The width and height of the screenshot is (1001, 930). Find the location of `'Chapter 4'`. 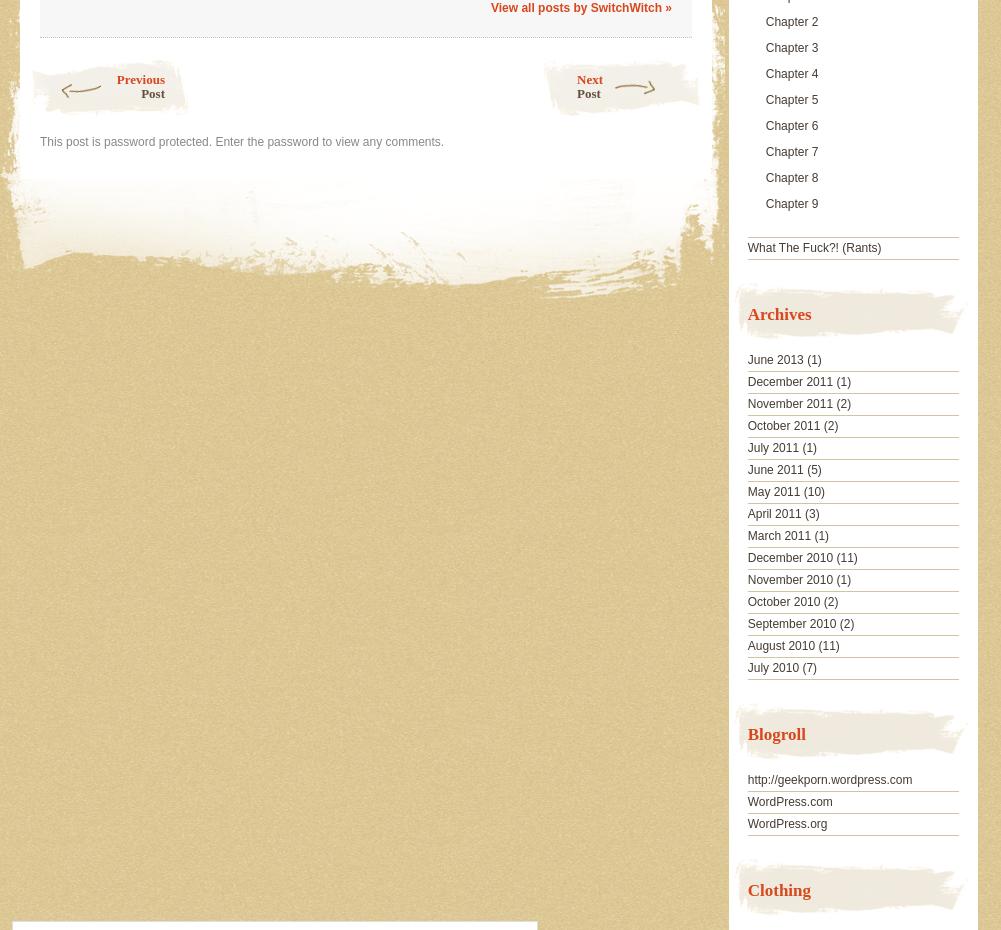

'Chapter 4' is located at coordinates (790, 73).